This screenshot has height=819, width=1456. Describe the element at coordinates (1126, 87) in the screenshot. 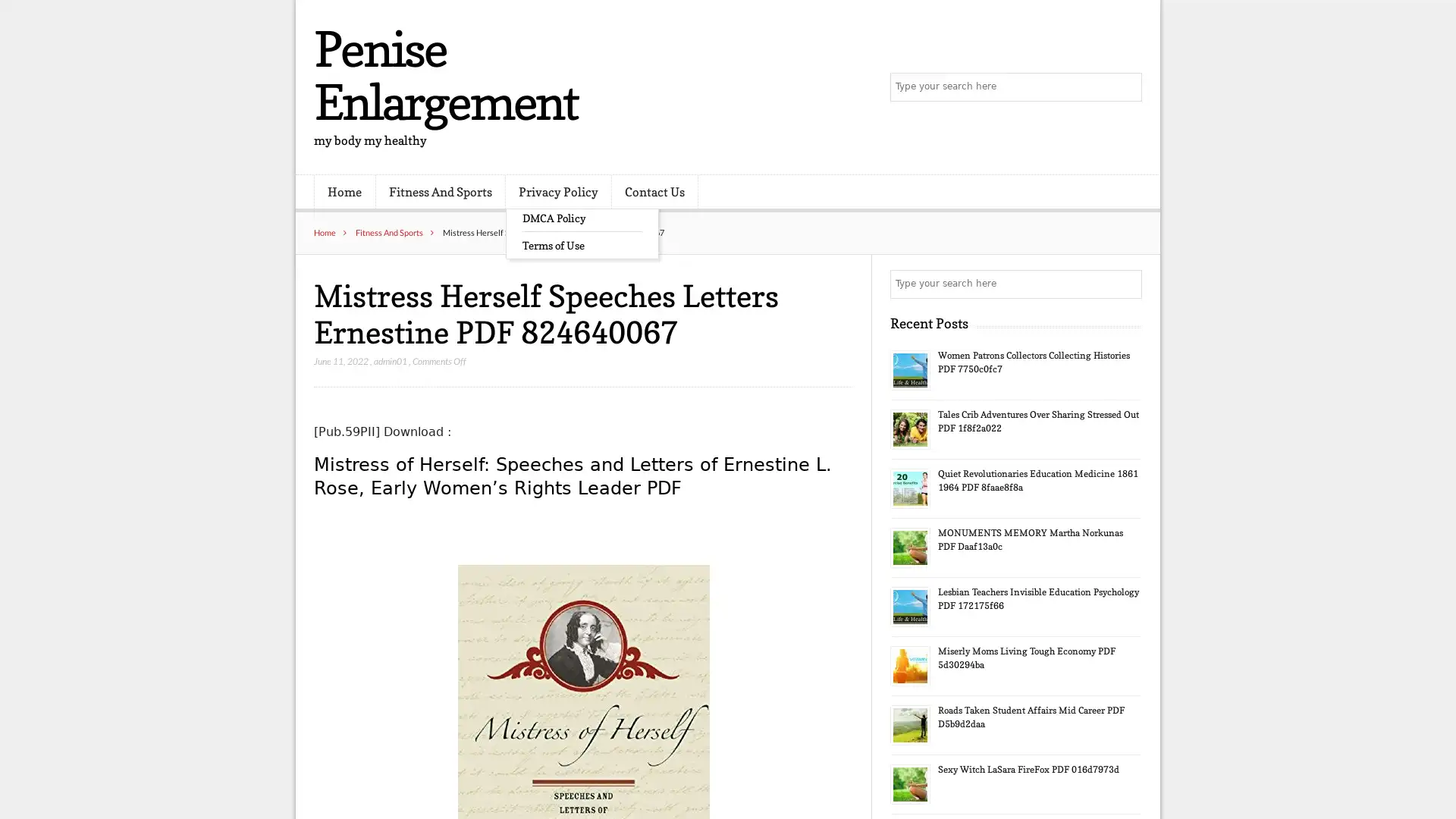

I see `Search` at that location.